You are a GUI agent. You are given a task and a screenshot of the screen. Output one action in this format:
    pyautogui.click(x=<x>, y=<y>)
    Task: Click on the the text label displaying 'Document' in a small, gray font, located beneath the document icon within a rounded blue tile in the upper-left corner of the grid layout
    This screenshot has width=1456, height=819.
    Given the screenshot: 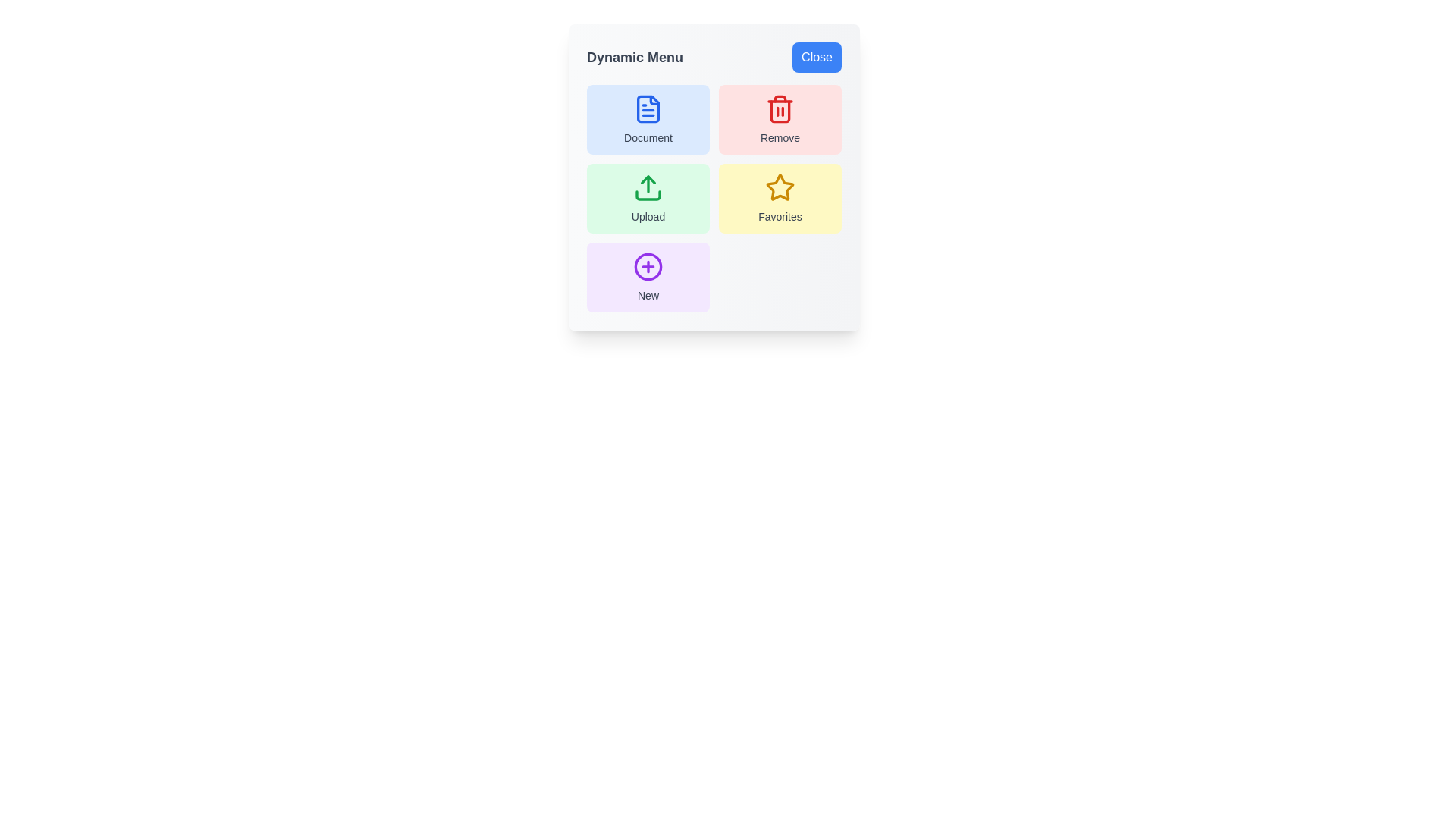 What is the action you would take?
    pyautogui.click(x=648, y=137)
    